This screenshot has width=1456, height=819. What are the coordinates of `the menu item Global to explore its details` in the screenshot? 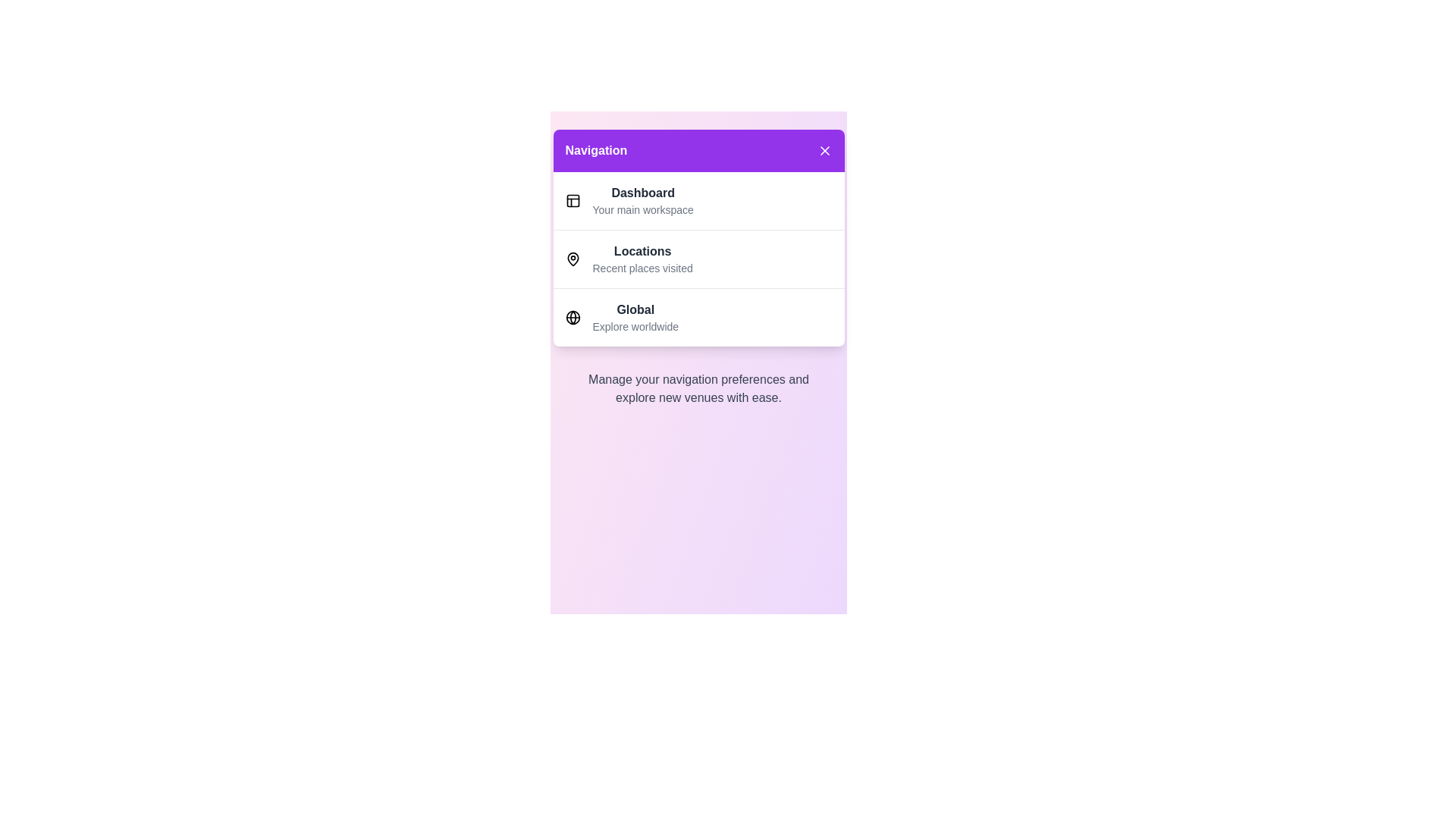 It's located at (635, 317).